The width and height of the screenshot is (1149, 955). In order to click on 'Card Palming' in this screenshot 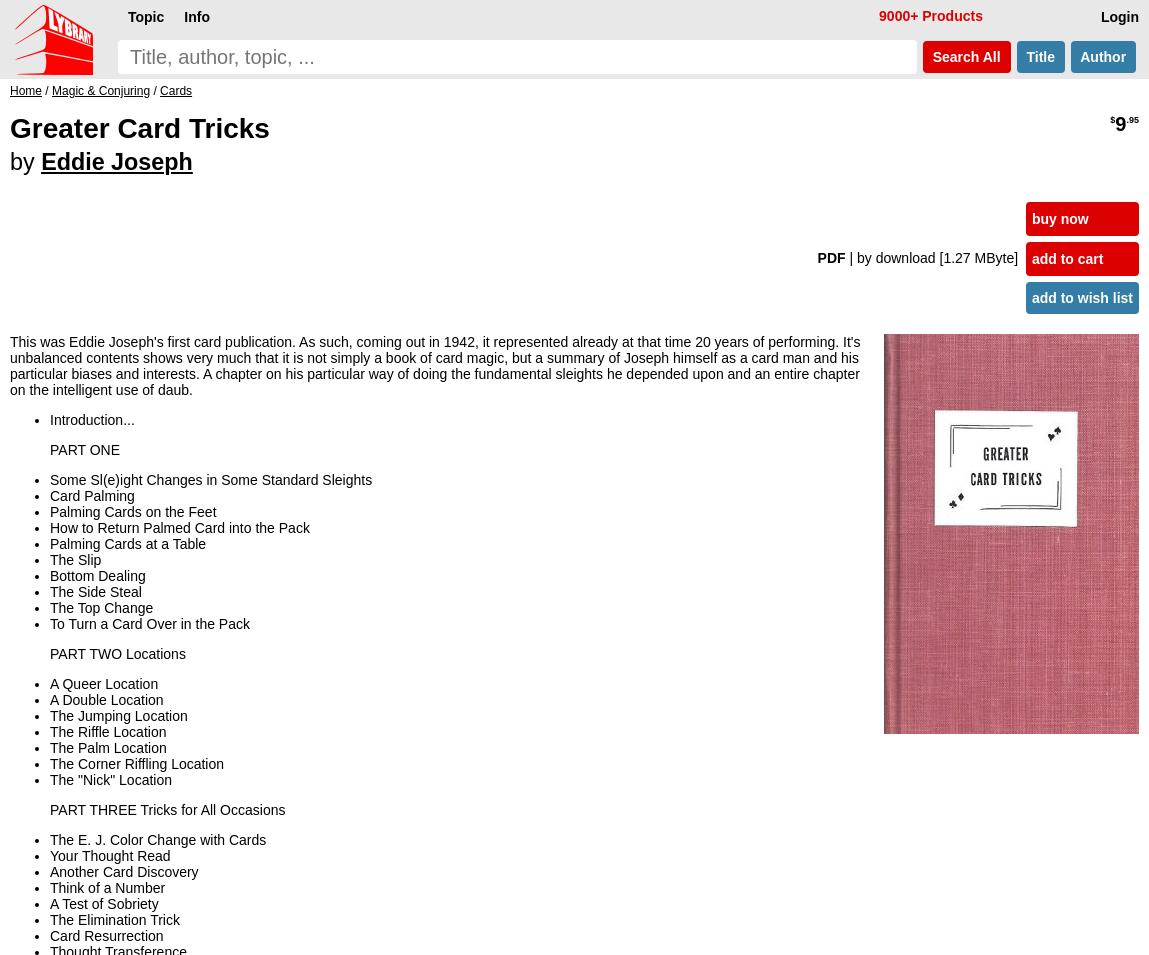, I will do `click(91, 496)`.